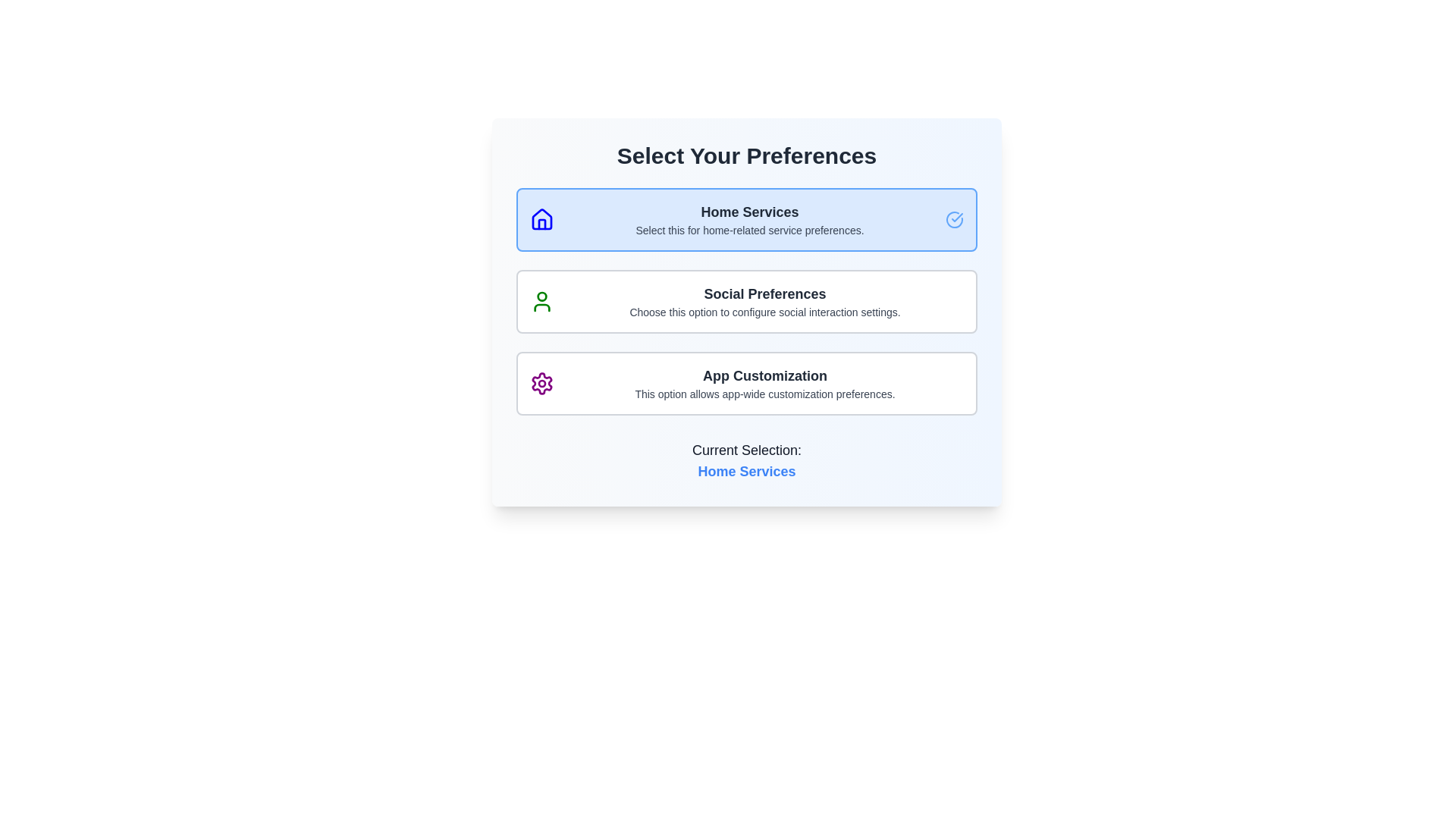 The image size is (1456, 819). What do you see at coordinates (746, 382) in the screenshot?
I see `the 'App Customization' selectable card, which is the third card in a vertical list` at bounding box center [746, 382].